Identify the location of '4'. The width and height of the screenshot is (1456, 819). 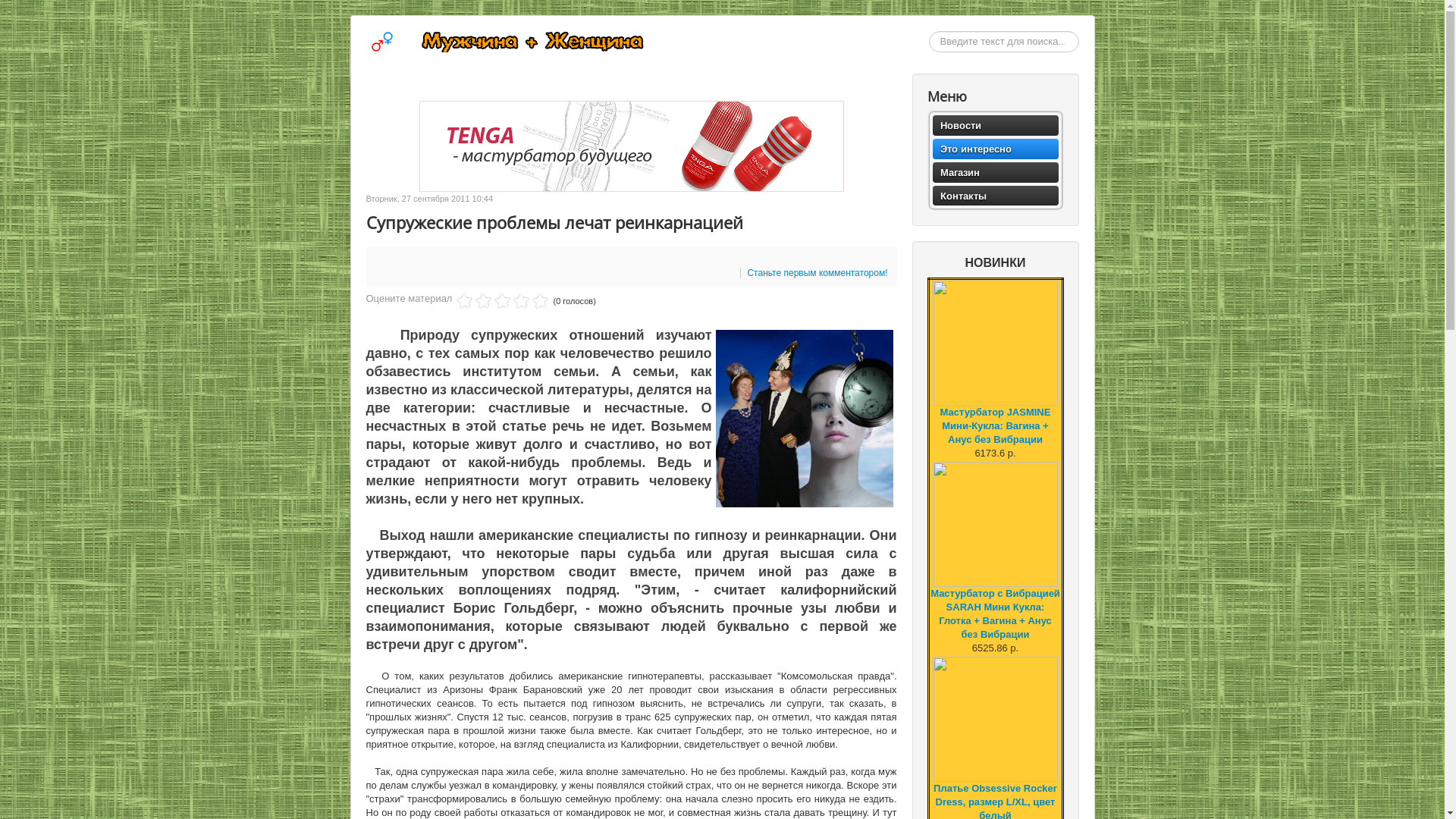
(492, 301).